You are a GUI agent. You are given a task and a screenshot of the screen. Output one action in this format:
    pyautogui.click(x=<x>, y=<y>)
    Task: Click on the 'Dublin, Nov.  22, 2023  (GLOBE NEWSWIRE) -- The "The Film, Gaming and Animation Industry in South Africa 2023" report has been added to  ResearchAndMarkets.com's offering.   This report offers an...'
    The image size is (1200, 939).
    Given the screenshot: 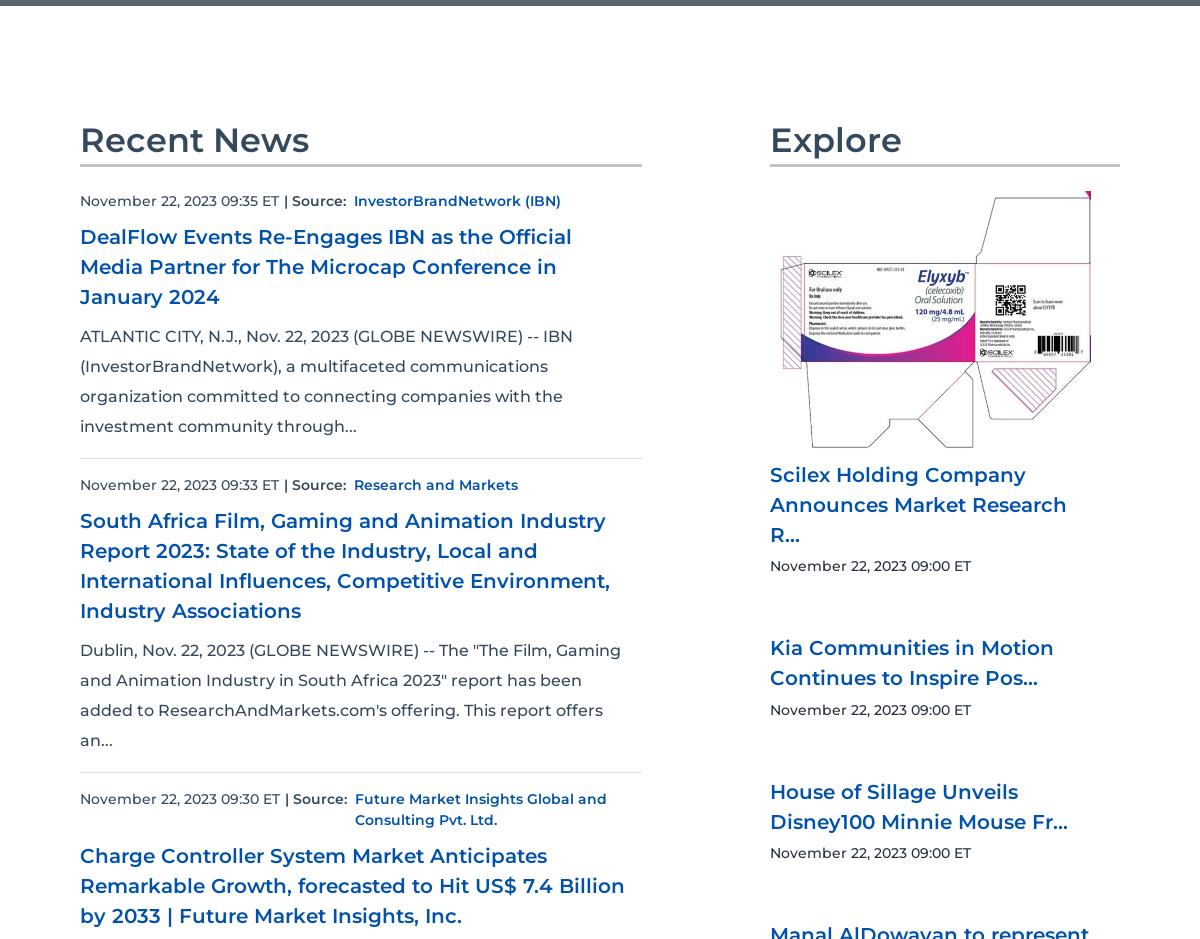 What is the action you would take?
    pyautogui.click(x=350, y=693)
    